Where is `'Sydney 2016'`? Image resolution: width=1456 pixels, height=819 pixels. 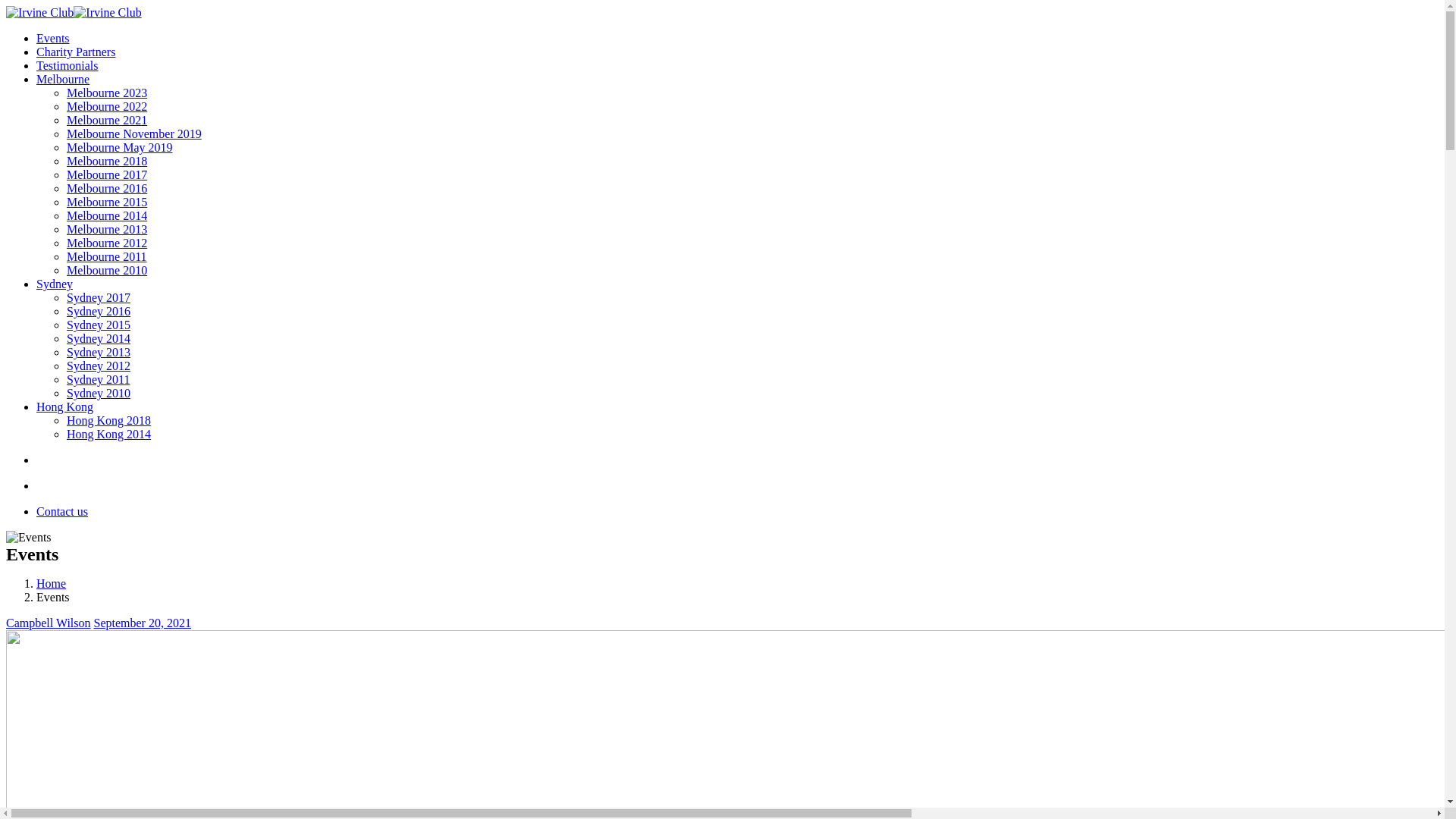
'Sydney 2016' is located at coordinates (97, 310).